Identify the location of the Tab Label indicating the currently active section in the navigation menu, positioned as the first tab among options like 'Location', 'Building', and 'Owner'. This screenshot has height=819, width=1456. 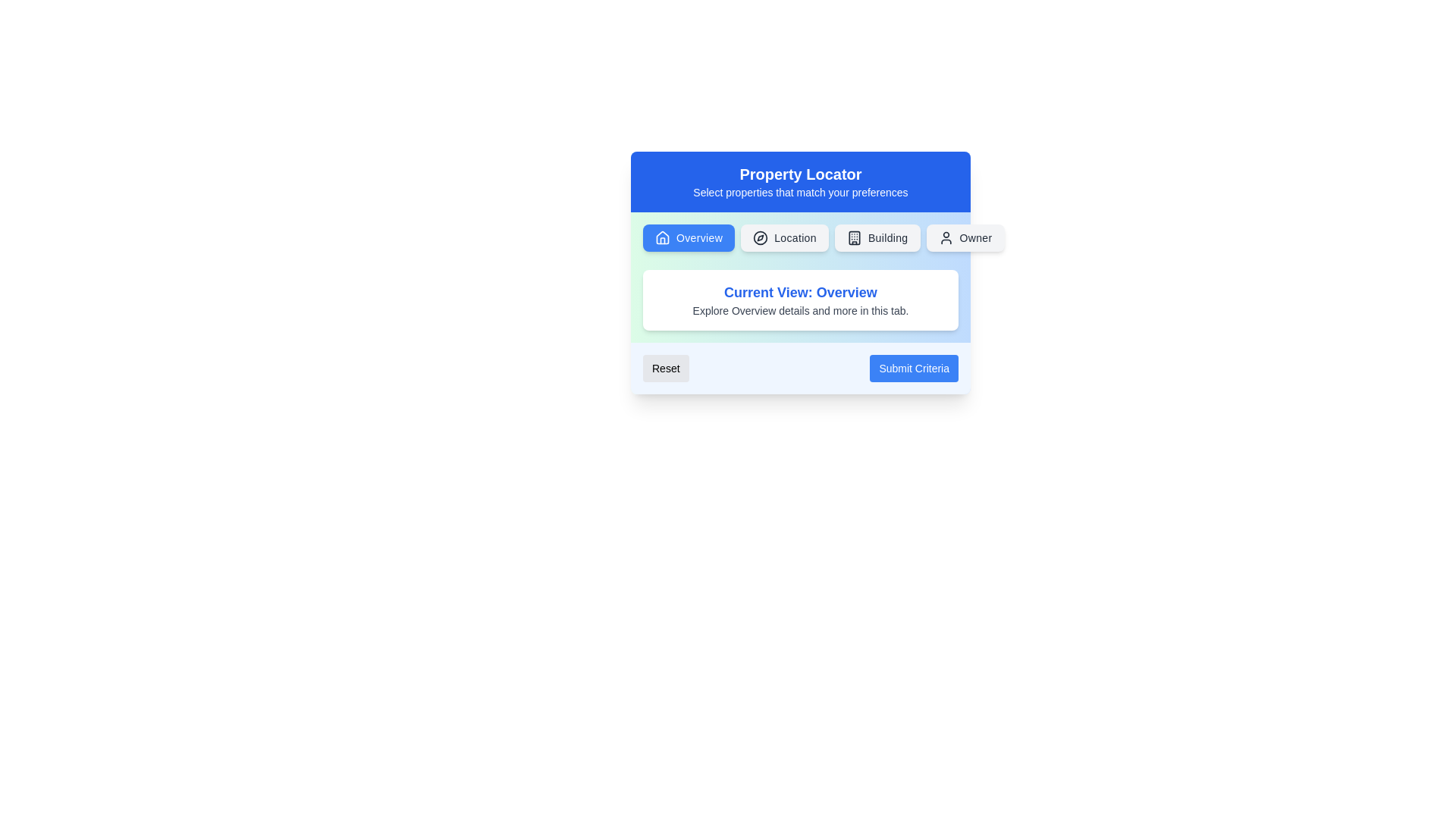
(698, 237).